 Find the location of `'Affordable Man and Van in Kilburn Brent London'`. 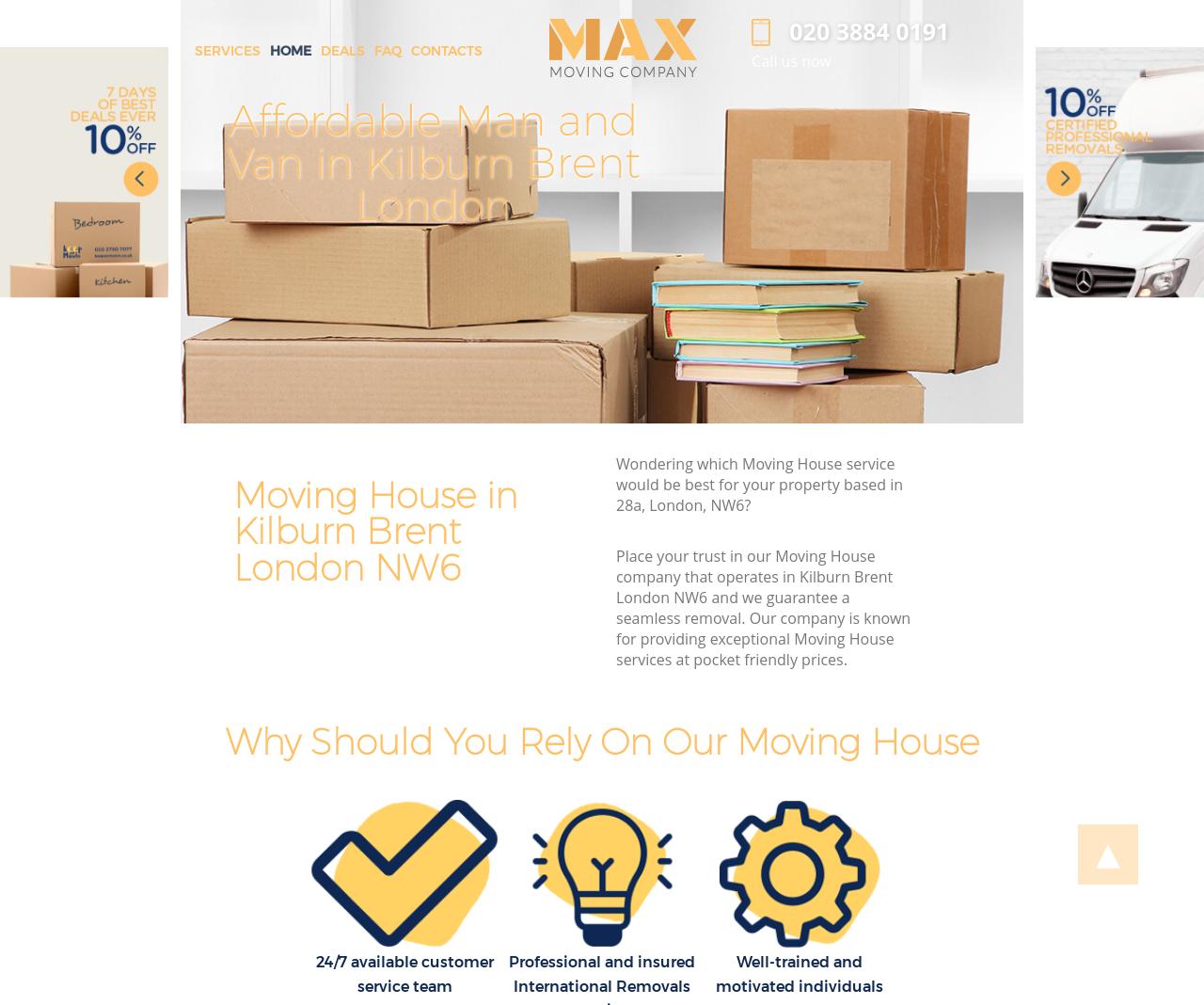

'Affordable Man and Van in Kilburn Brent London' is located at coordinates (432, 162).